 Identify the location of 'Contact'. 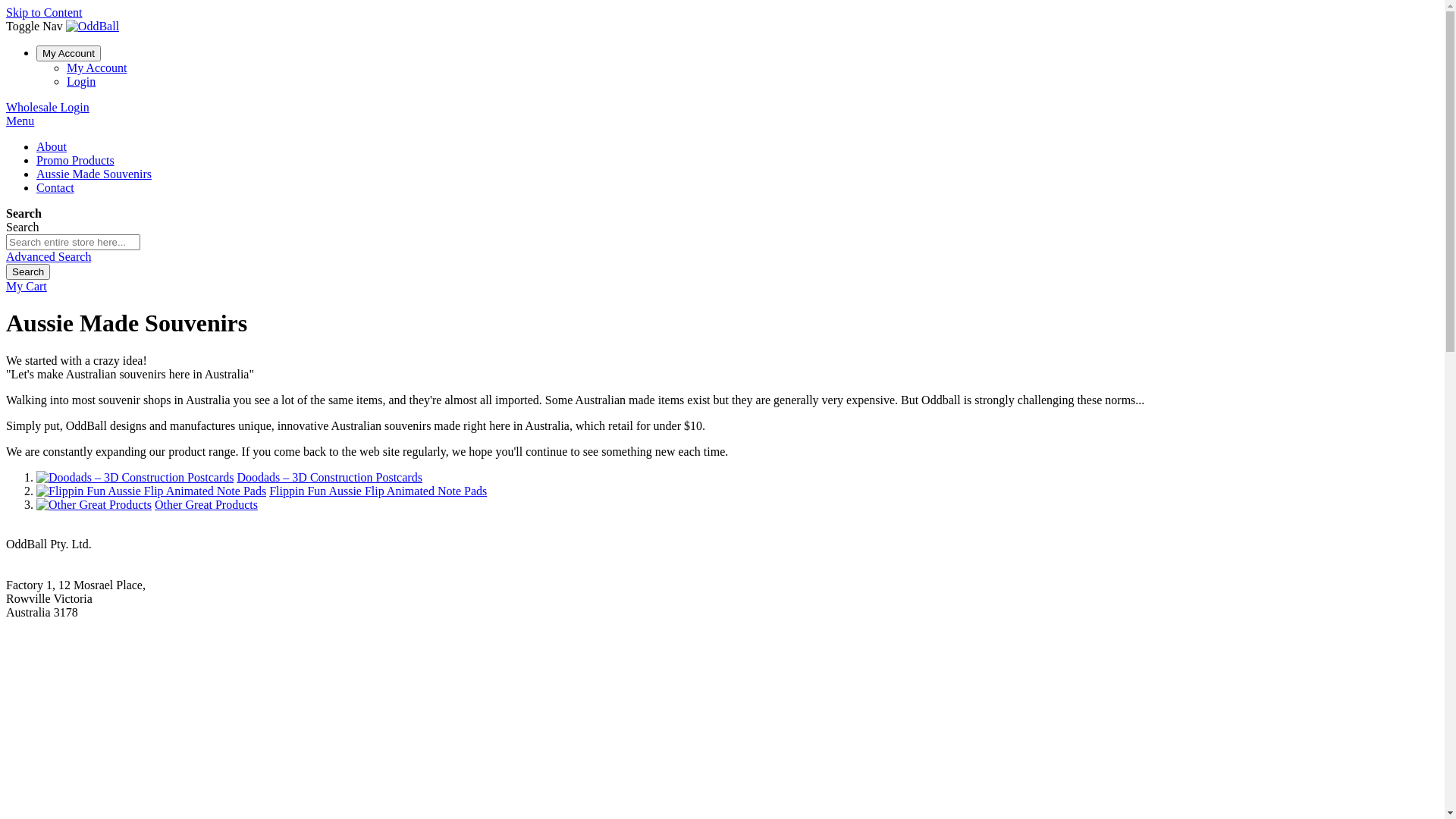
(55, 187).